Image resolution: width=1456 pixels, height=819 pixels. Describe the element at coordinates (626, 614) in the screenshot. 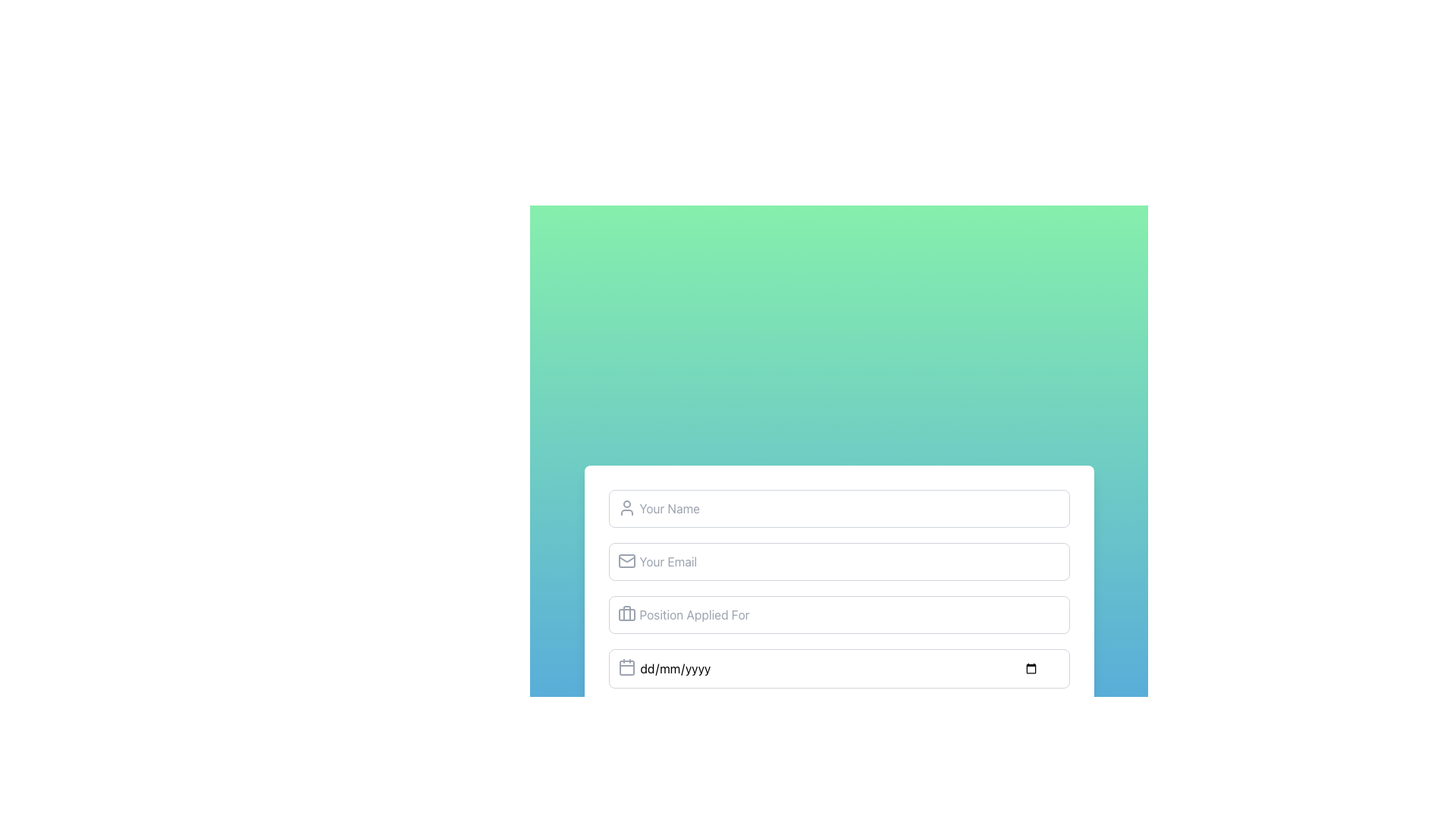

I see `the briefcase icon component within the SVG that is adjacent to the 'Position Applied For' input field, despite it being non-interactive` at that location.